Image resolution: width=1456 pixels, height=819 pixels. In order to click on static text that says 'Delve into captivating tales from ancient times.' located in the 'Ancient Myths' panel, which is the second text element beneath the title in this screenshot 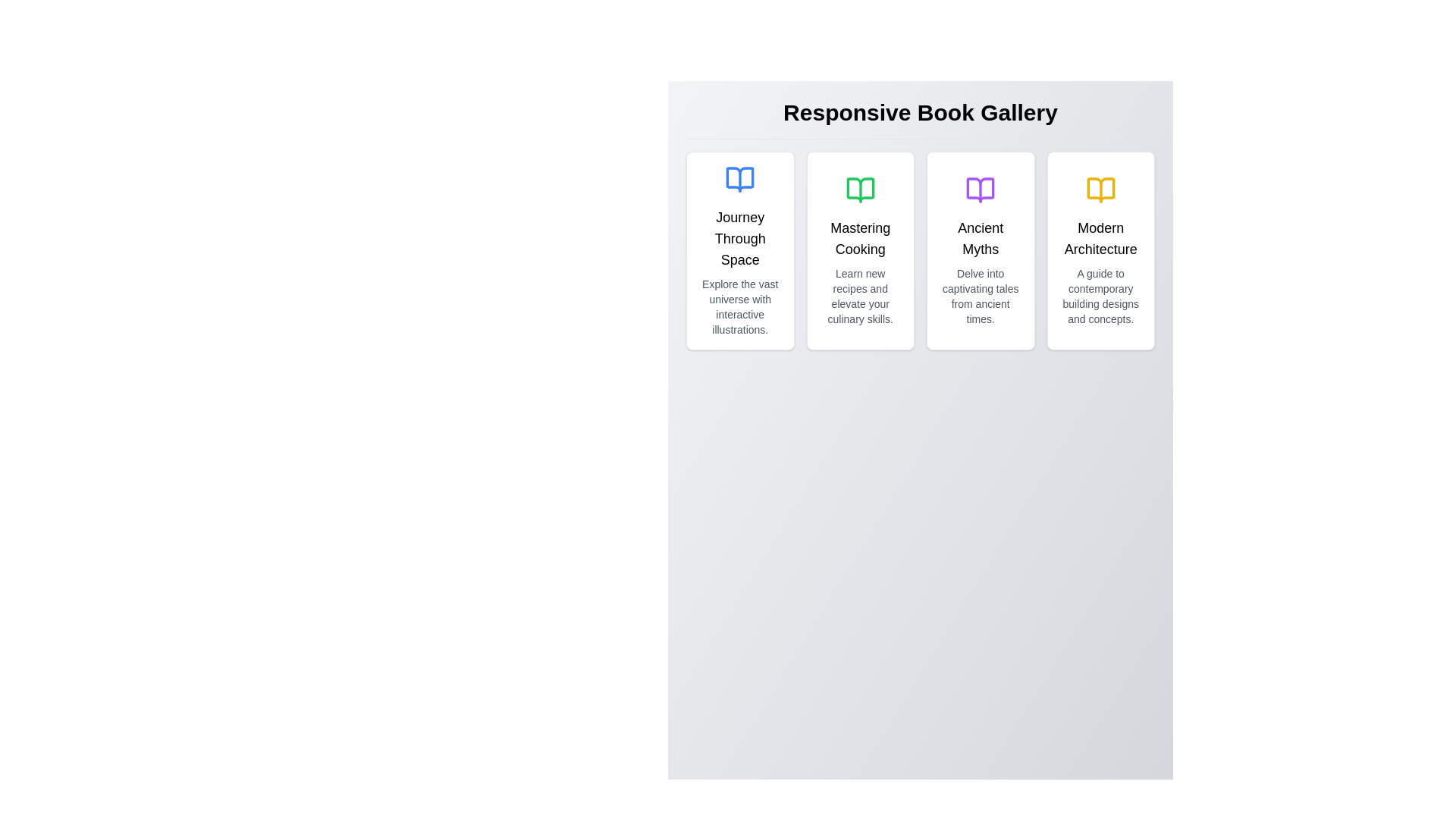, I will do `click(981, 296)`.